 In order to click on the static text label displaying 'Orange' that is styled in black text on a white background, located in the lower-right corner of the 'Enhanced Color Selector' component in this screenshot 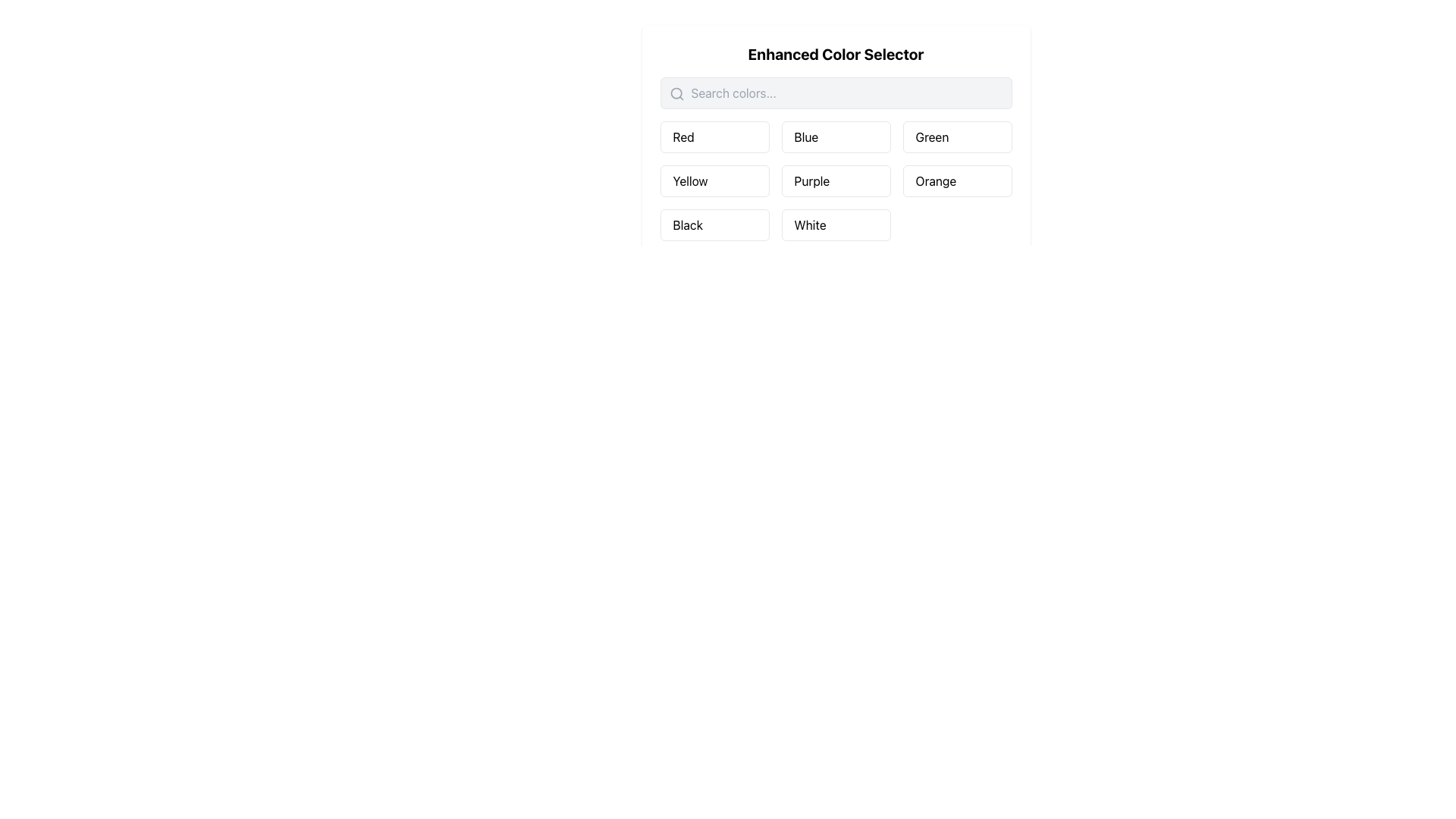, I will do `click(935, 180)`.